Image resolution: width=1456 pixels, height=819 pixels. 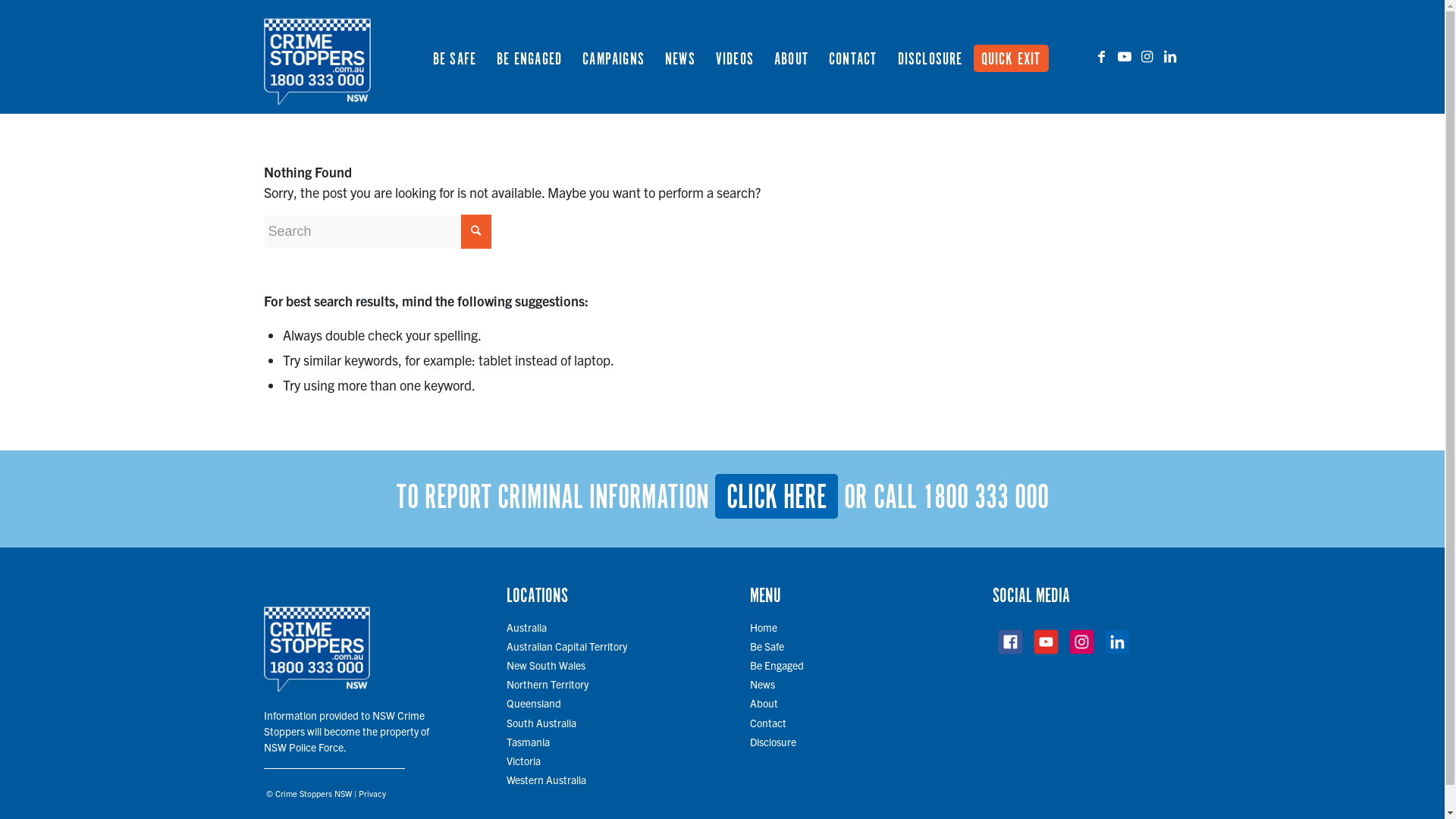 I want to click on 'Disclosure', so click(x=773, y=741).